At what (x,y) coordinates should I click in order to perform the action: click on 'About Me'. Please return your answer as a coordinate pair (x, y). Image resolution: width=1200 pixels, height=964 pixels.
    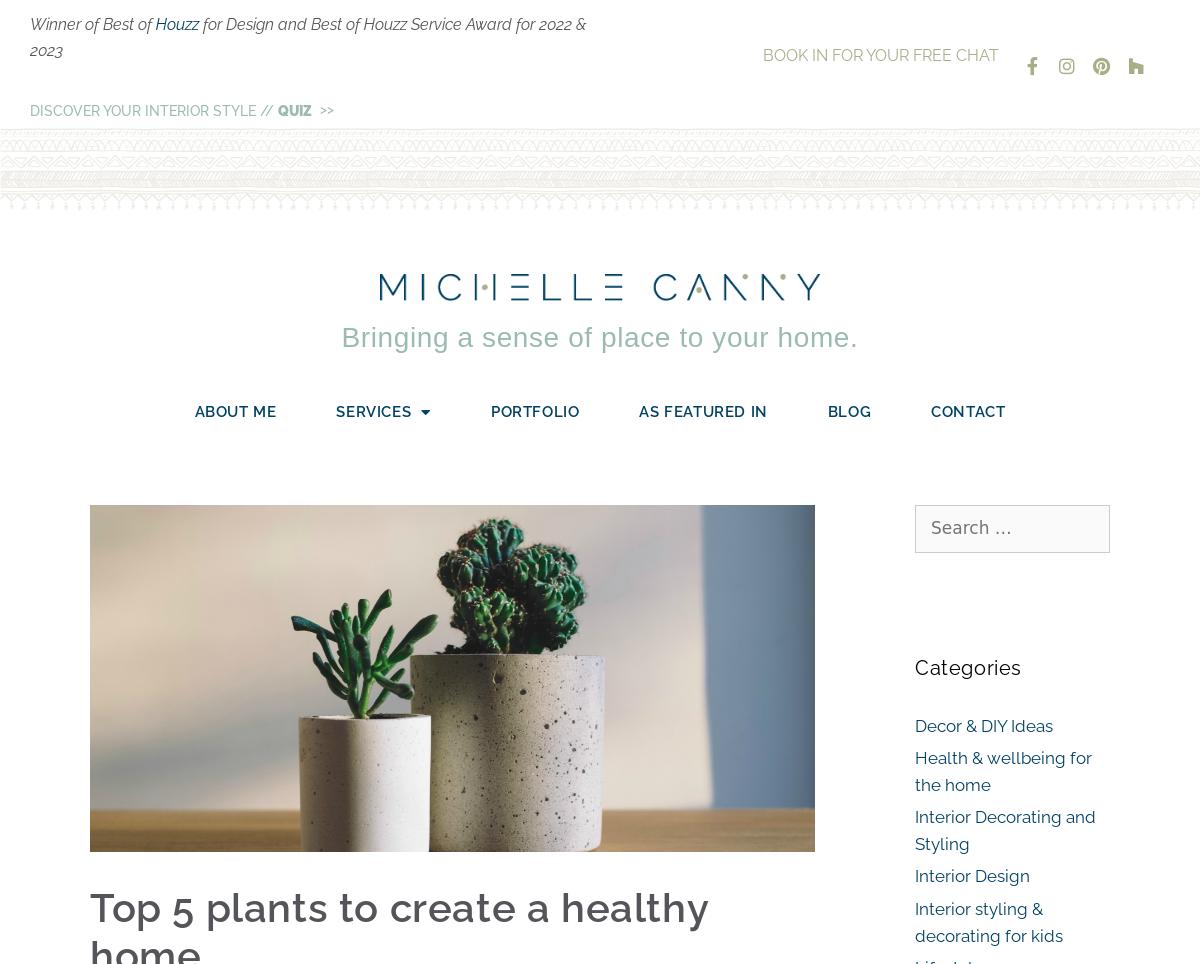
    Looking at the image, I should click on (233, 411).